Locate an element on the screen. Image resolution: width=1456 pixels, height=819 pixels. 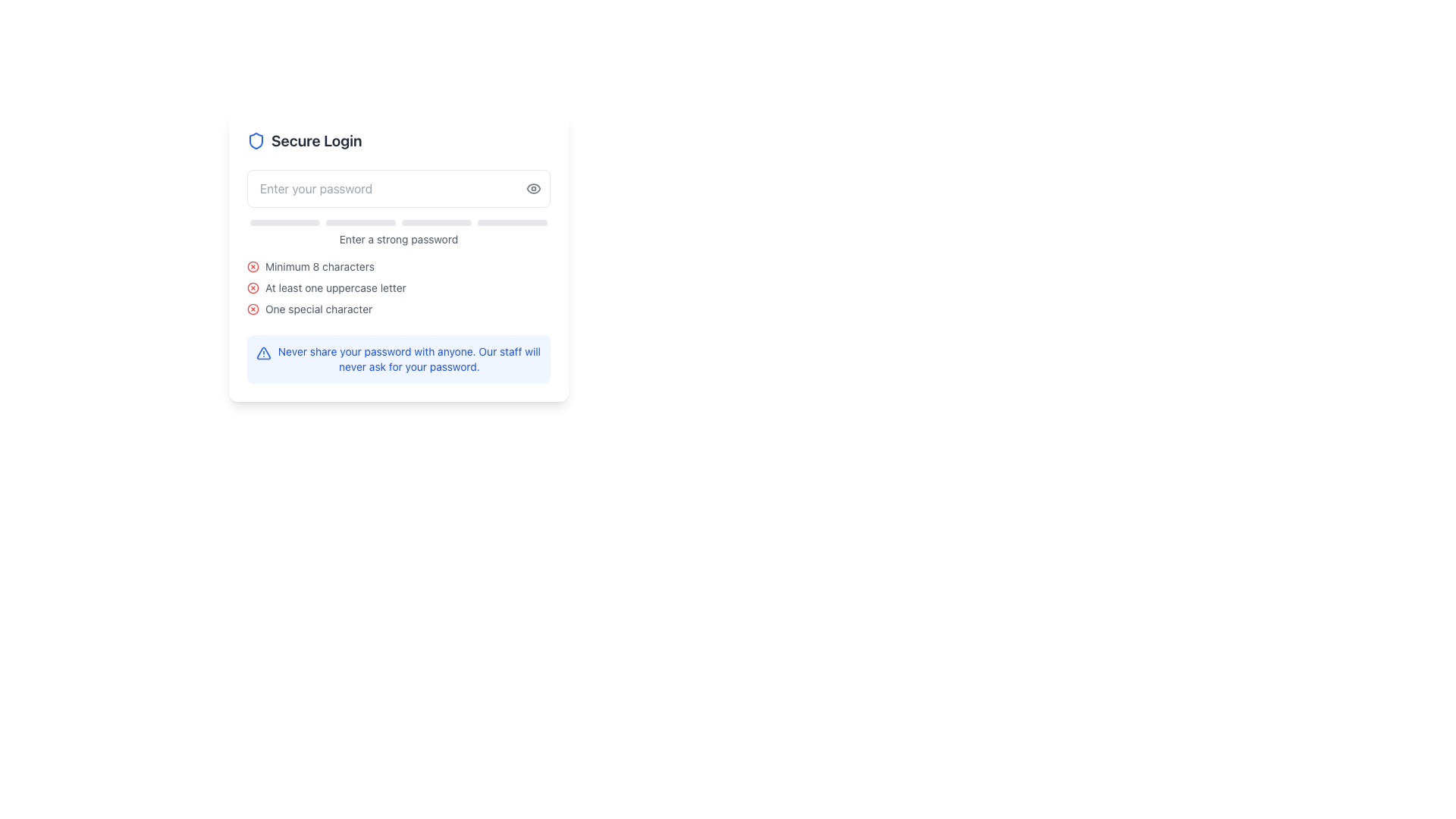
the visual warning or alert icon located at the beginning of the blue rectangular informational banner below the password criteria list is located at coordinates (263, 353).